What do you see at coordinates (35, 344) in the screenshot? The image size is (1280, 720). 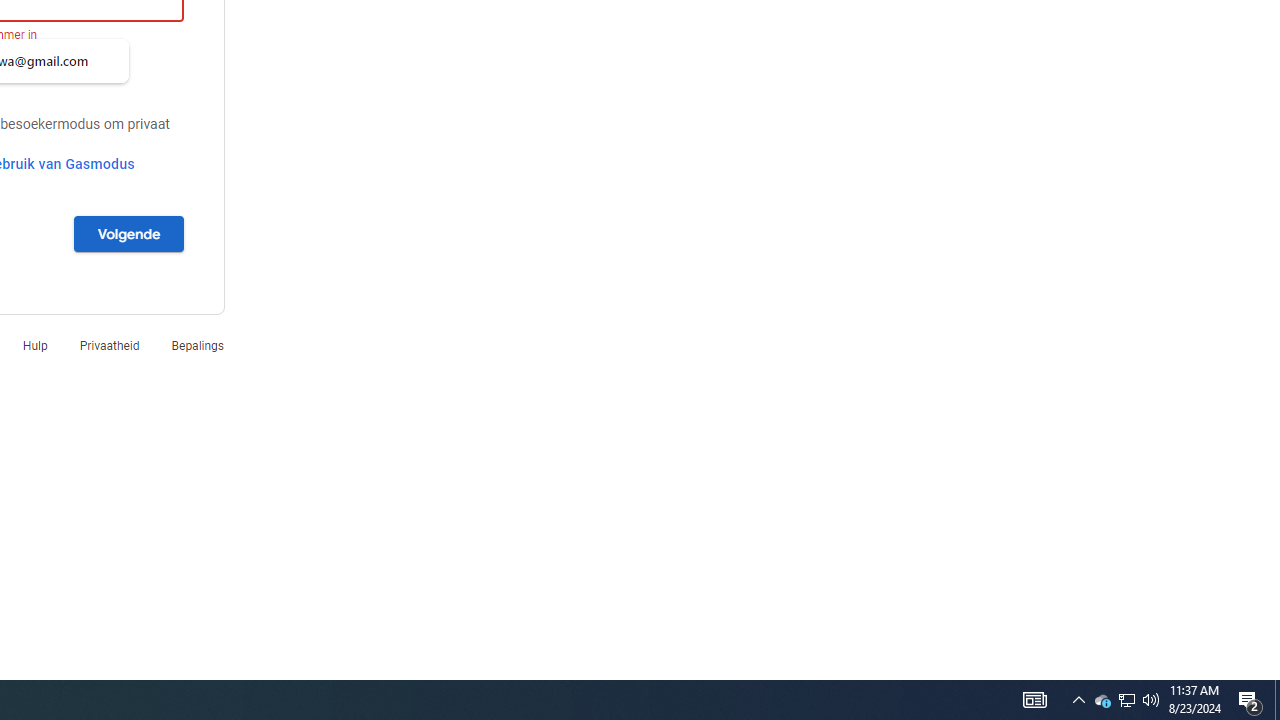 I see `'Hulp'` at bounding box center [35, 344].